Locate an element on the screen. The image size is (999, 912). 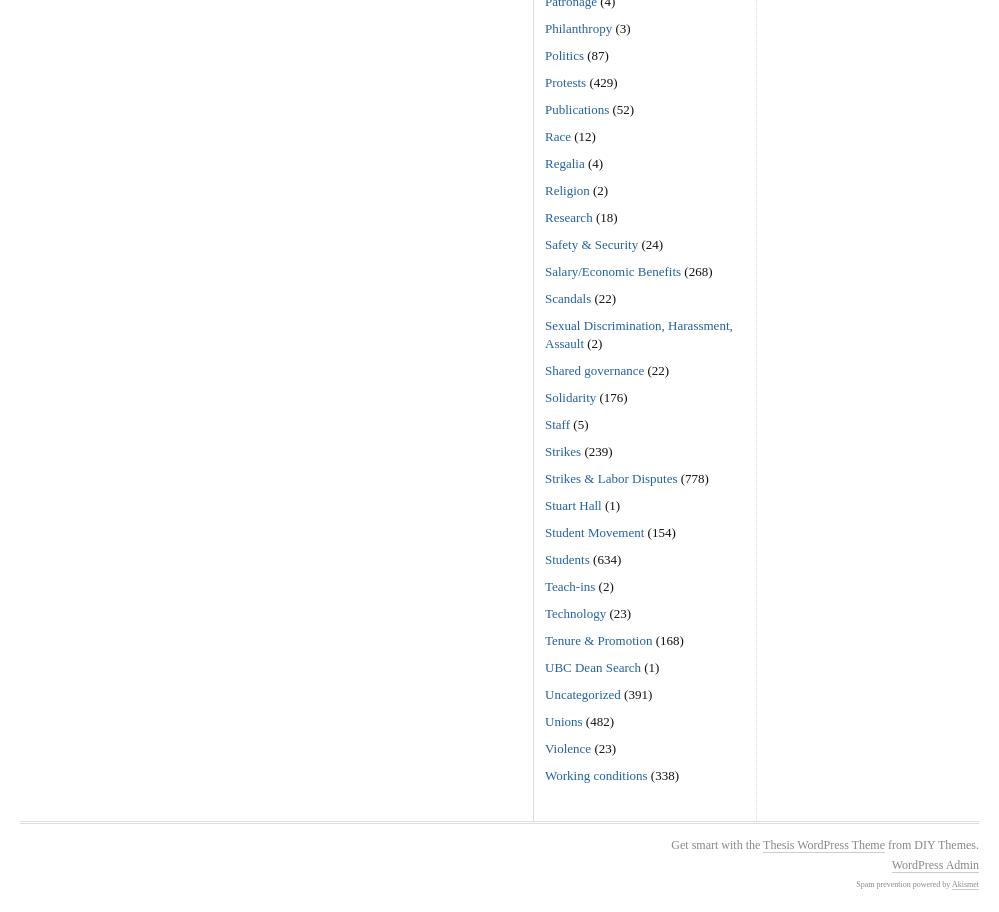
'Uncategorized' is located at coordinates (582, 693).